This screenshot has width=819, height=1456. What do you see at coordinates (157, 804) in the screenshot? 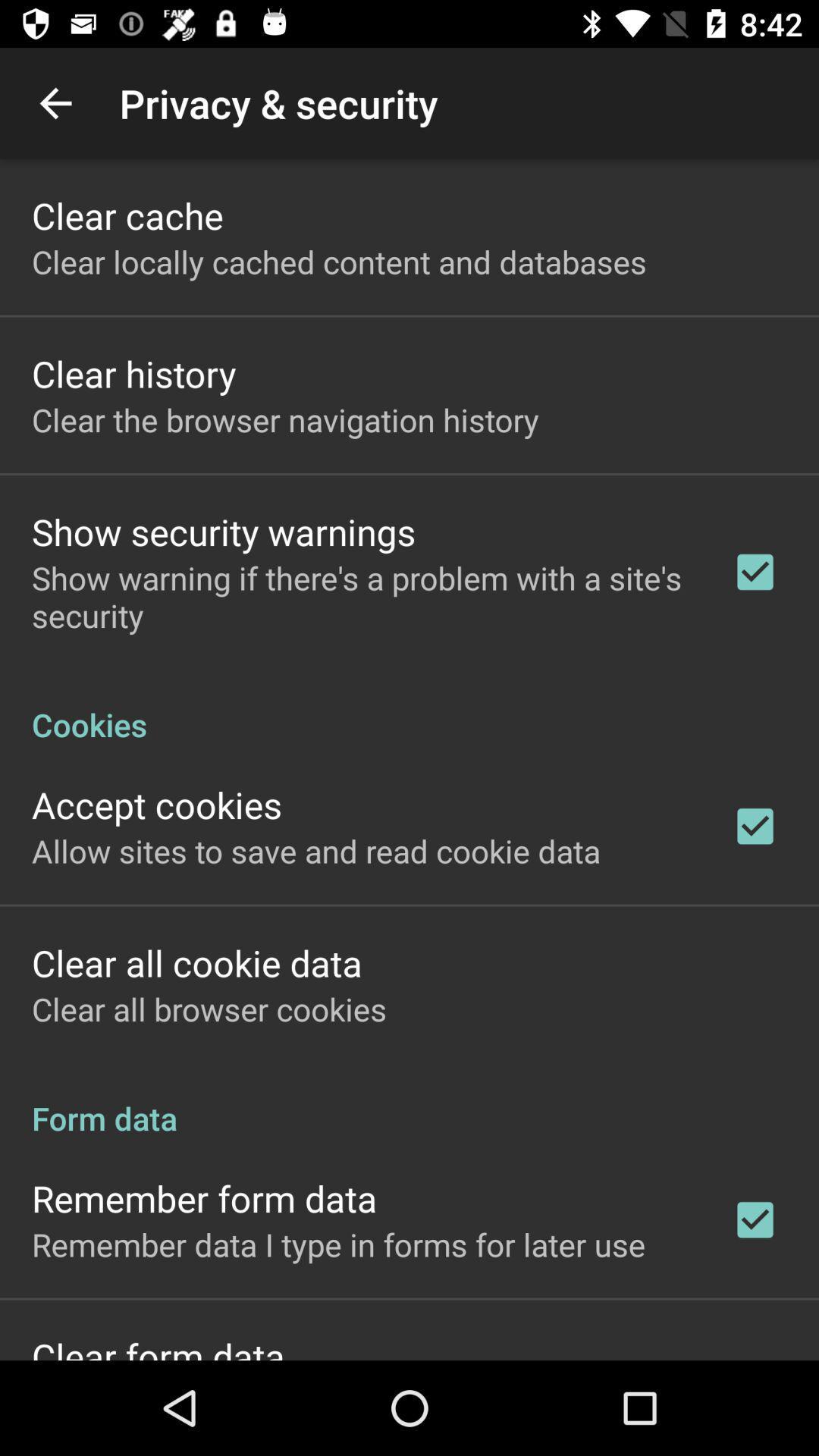
I see `the icon above the allow sites to item` at bounding box center [157, 804].